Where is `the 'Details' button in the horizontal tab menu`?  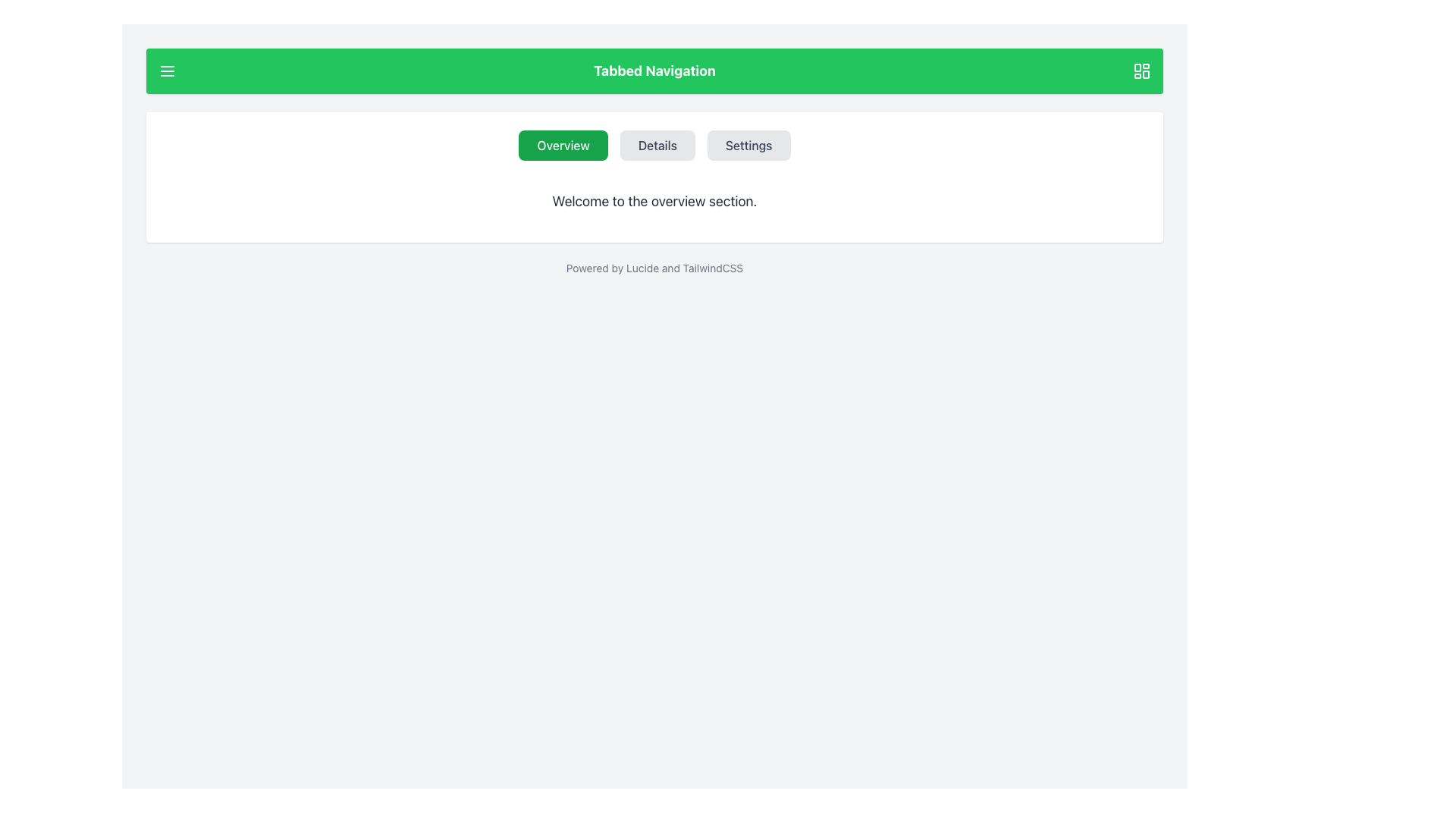
the 'Details' button in the horizontal tab menu is located at coordinates (657, 146).